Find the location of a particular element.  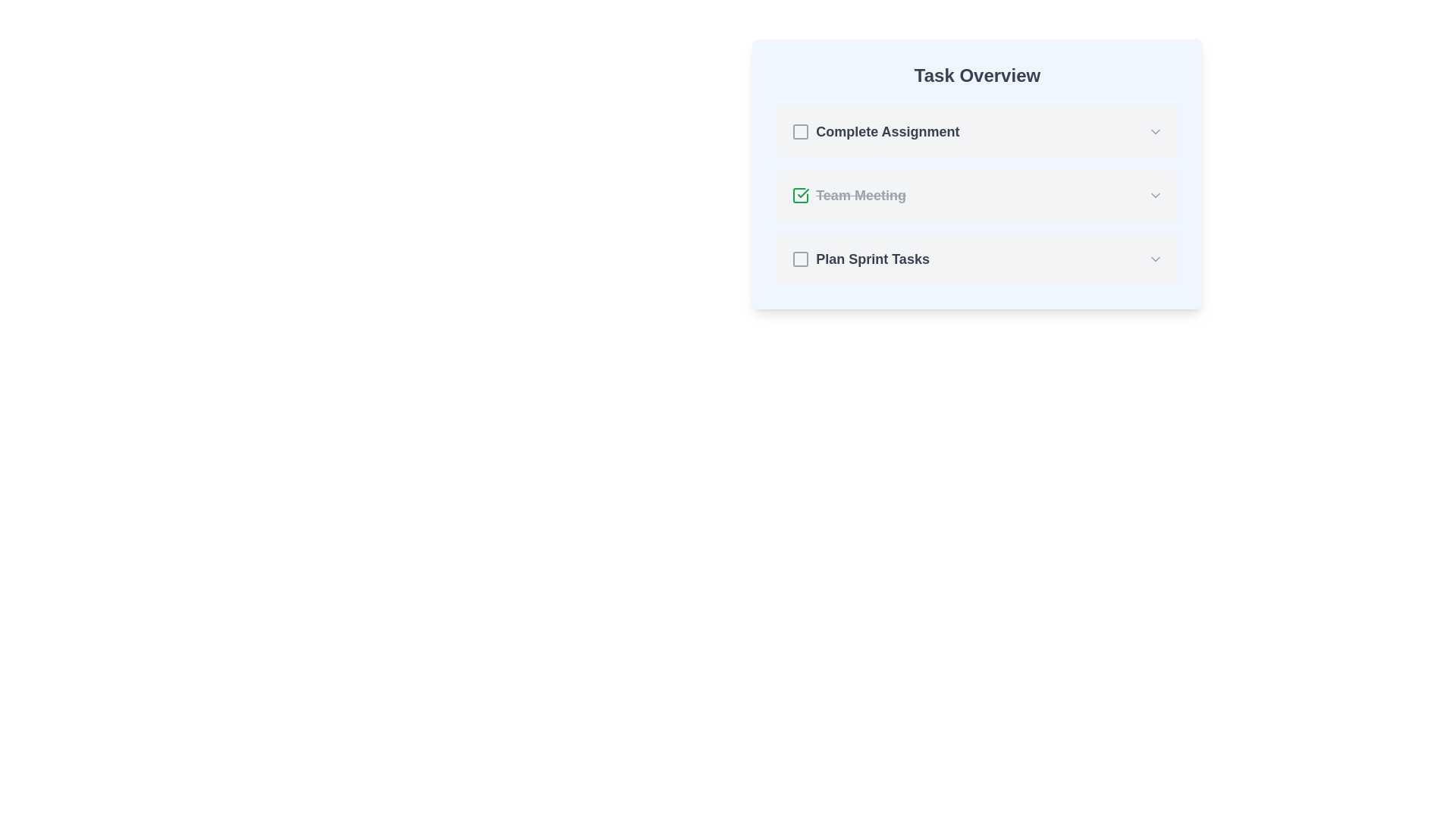

the chevron on the third task item in the checklist under 'Task Overview' is located at coordinates (977, 259).